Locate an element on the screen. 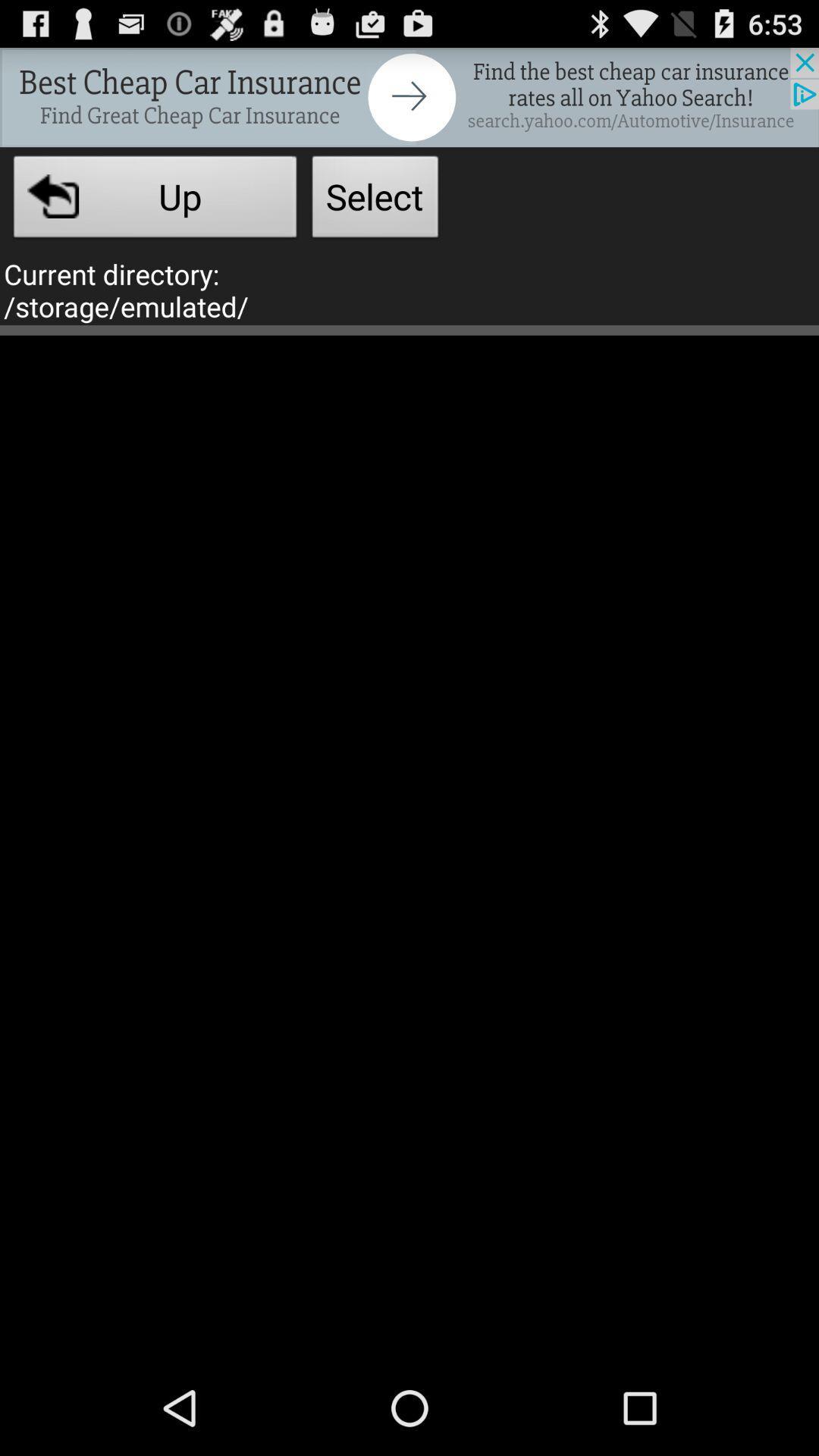  advertisement is located at coordinates (409, 96).